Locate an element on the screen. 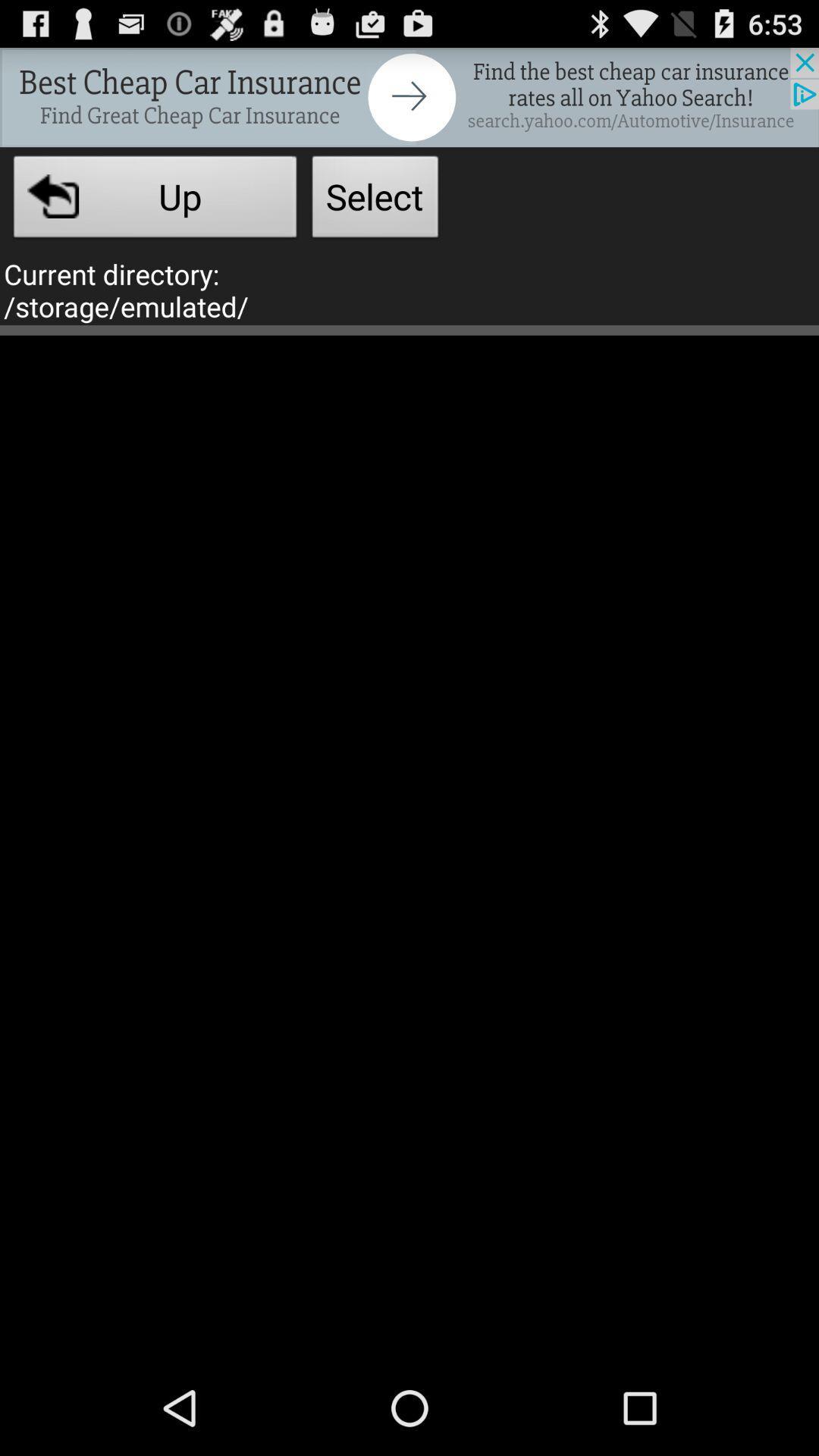  advertisement is located at coordinates (409, 96).